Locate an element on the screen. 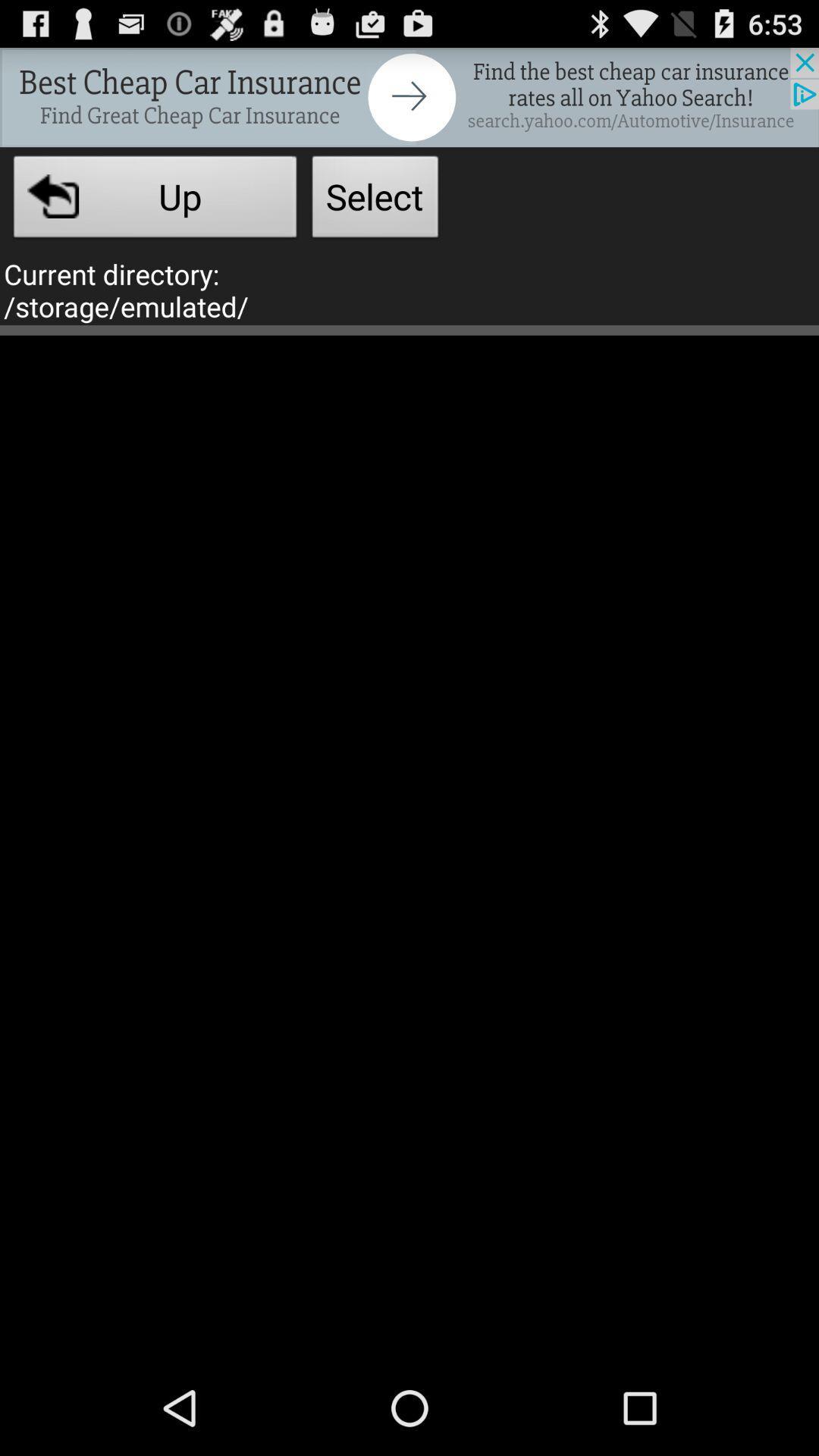  advertisement is located at coordinates (409, 96).